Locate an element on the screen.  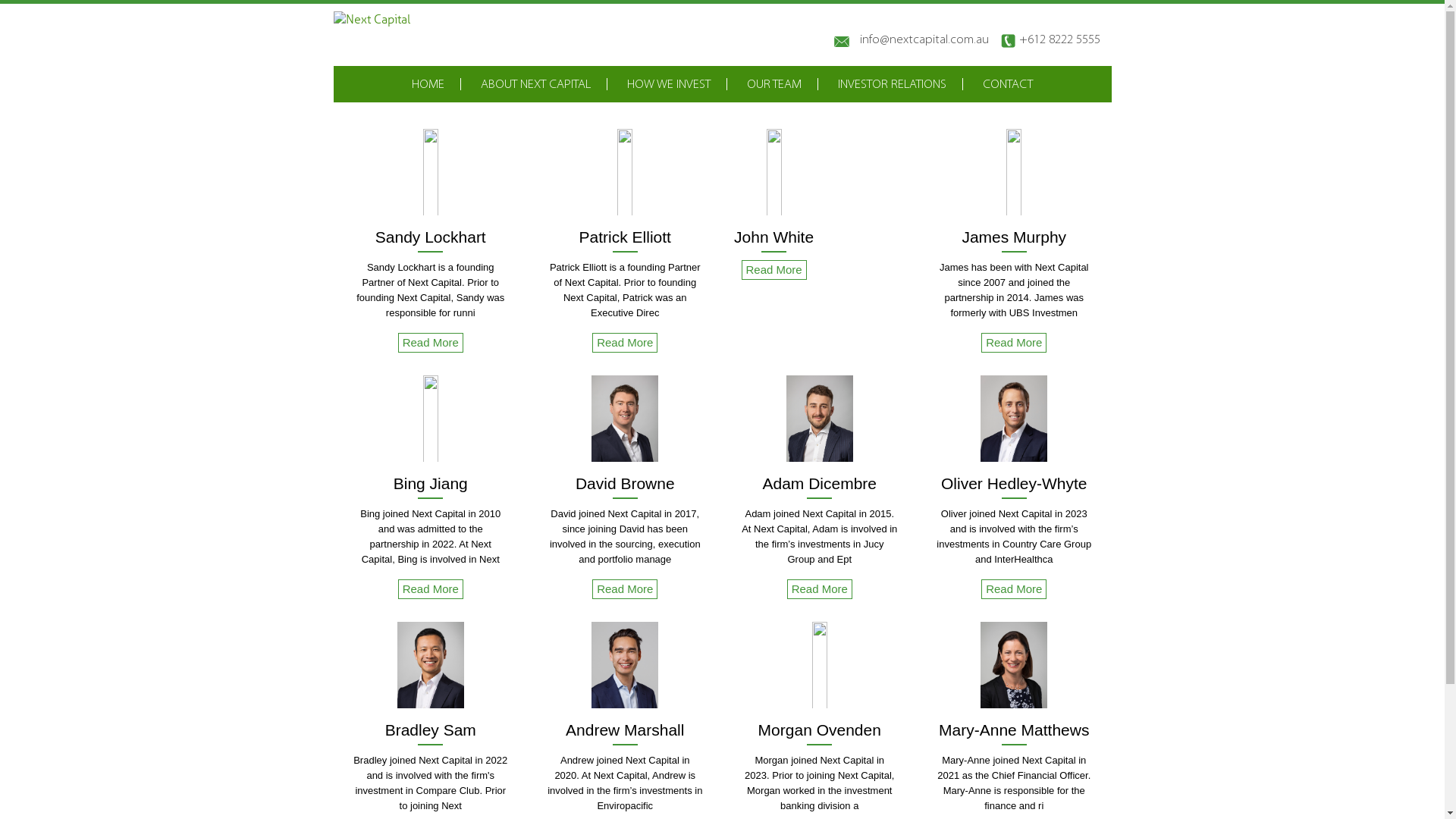
'CONTACT' is located at coordinates (983, 84).